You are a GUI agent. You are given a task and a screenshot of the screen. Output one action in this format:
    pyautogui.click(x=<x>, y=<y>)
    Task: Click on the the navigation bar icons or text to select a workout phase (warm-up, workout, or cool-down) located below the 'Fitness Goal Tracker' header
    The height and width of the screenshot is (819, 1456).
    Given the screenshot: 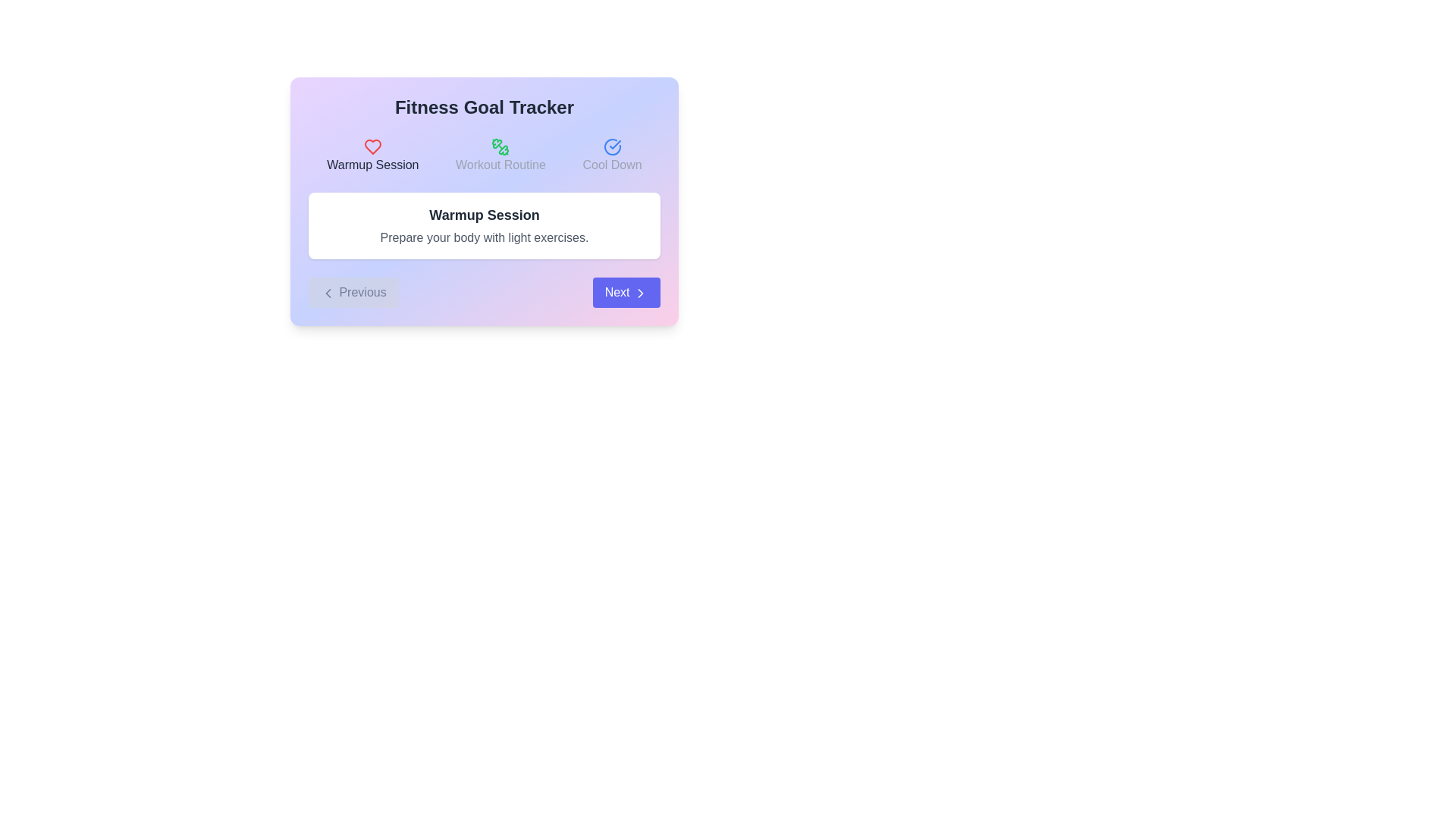 What is the action you would take?
    pyautogui.click(x=483, y=155)
    